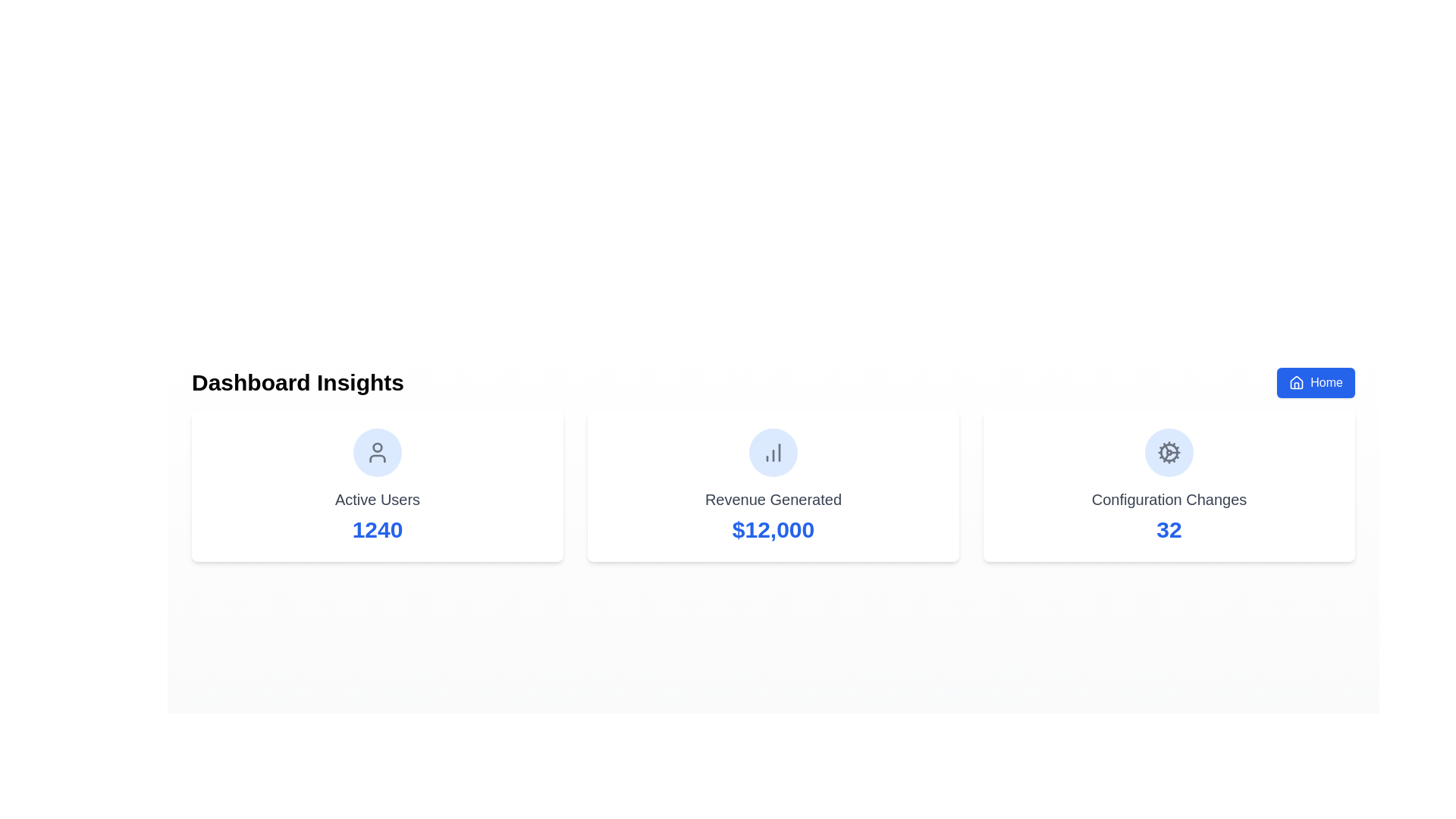 Image resolution: width=1456 pixels, height=819 pixels. What do you see at coordinates (378, 452) in the screenshot?
I see `the circular blue background enclosing the gray 'user' icon, which is located in the first card above the text 'Active Users'` at bounding box center [378, 452].